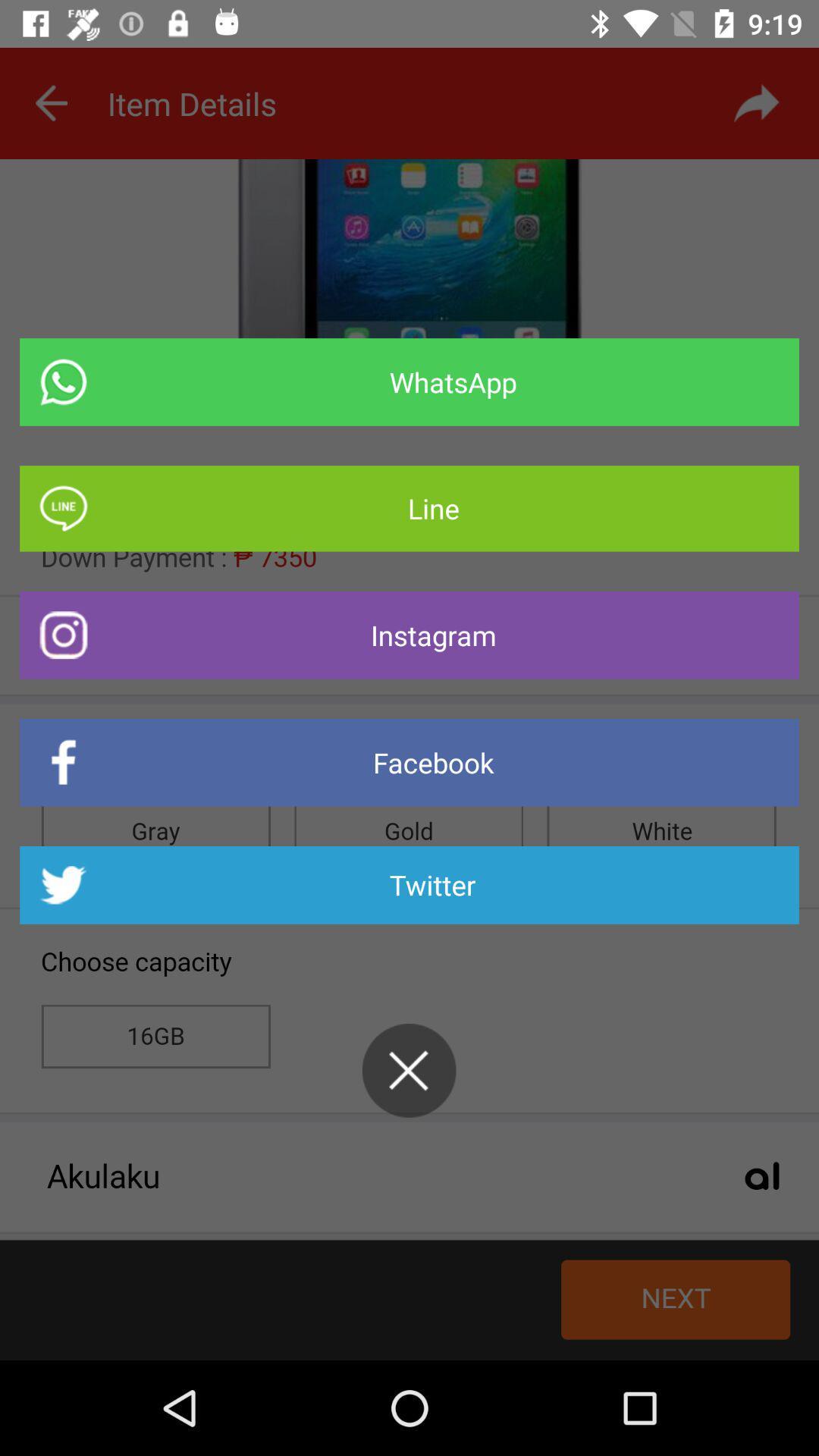  I want to click on the icon below the line, so click(409, 635).